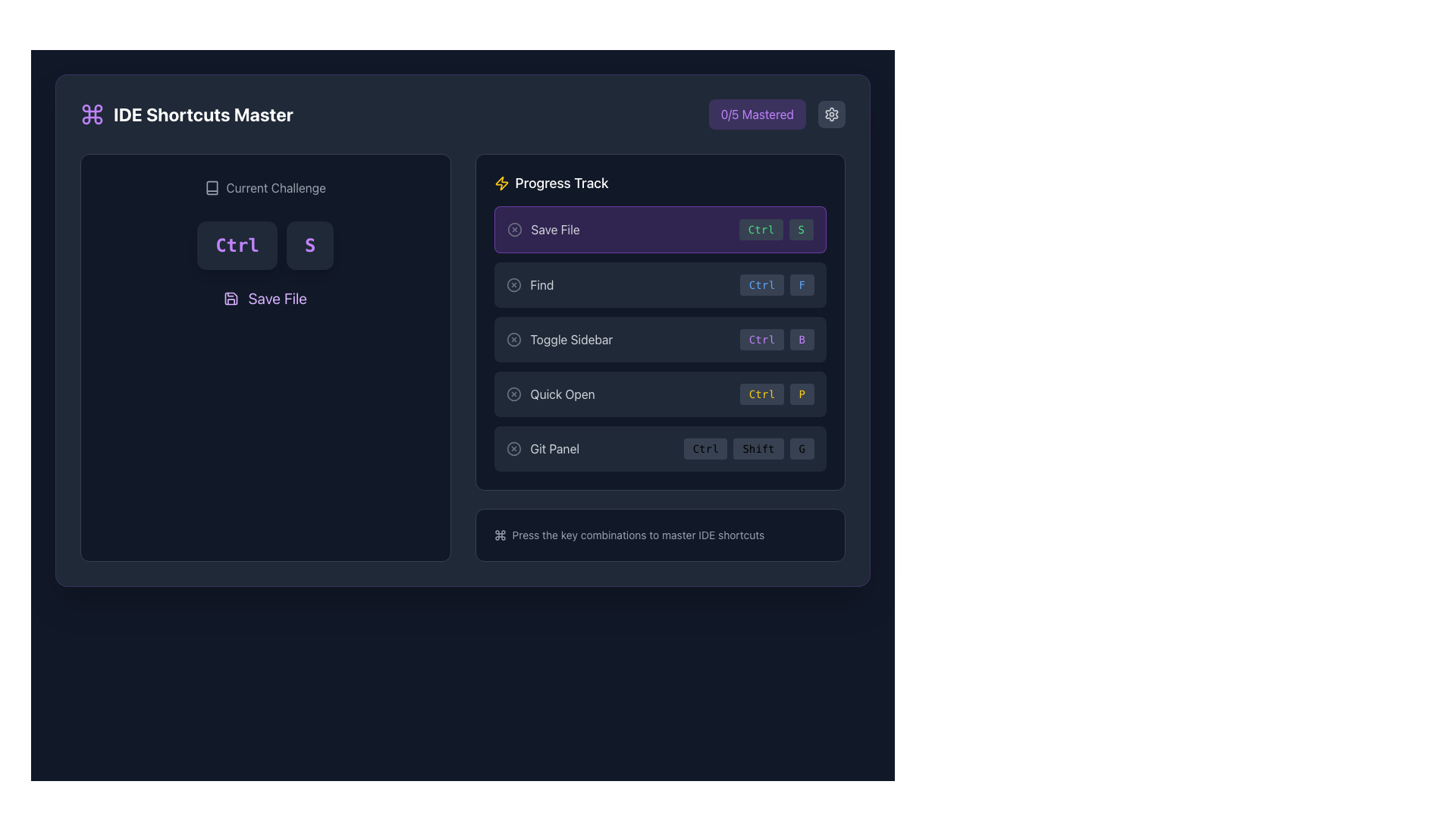  I want to click on the 'Save File' label with floppy disk icon, which is the second item in the vertical stack on the left section of the interface, so click(265, 298).